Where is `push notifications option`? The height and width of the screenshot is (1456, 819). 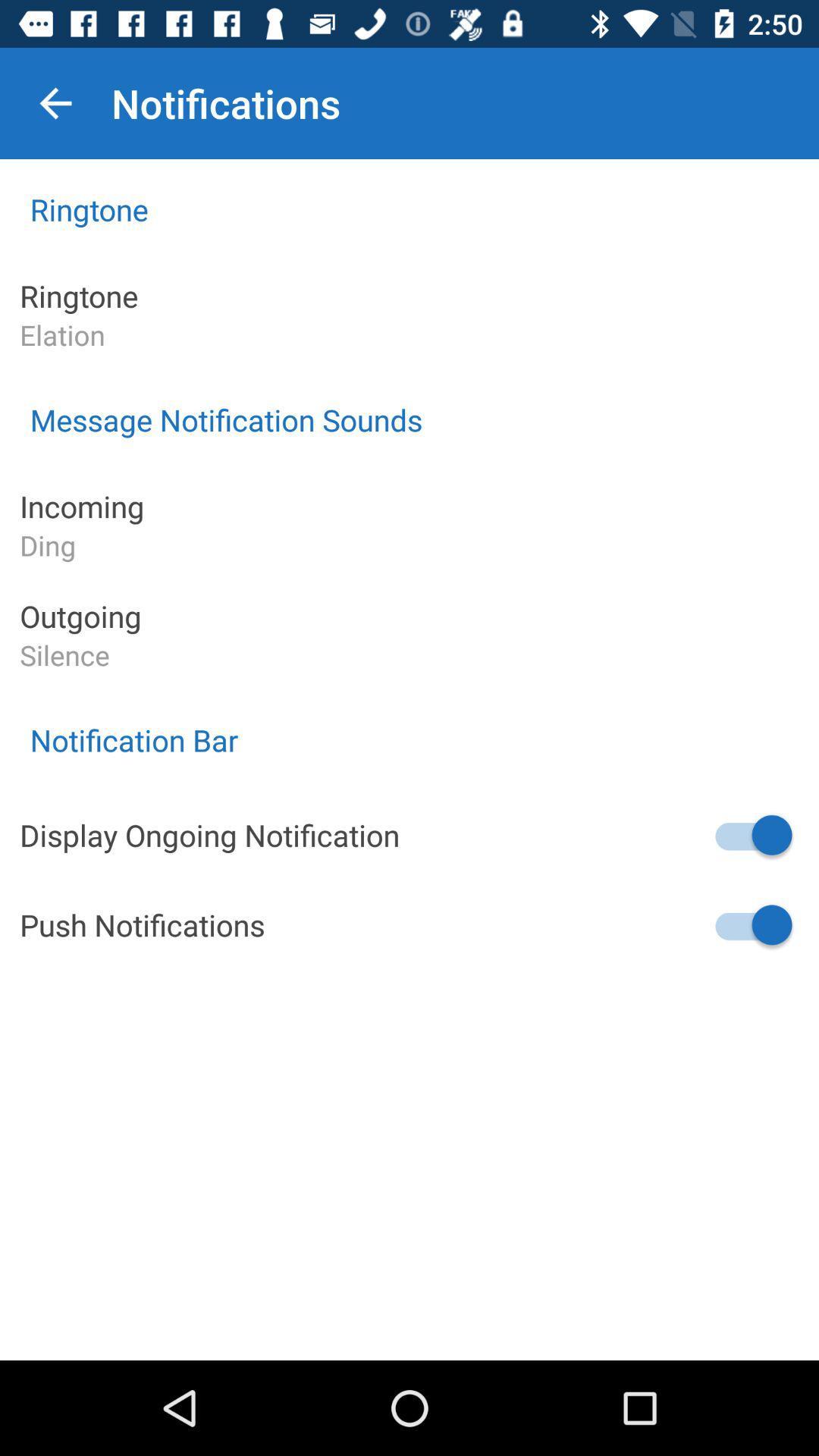
push notifications option is located at coordinates (752, 924).